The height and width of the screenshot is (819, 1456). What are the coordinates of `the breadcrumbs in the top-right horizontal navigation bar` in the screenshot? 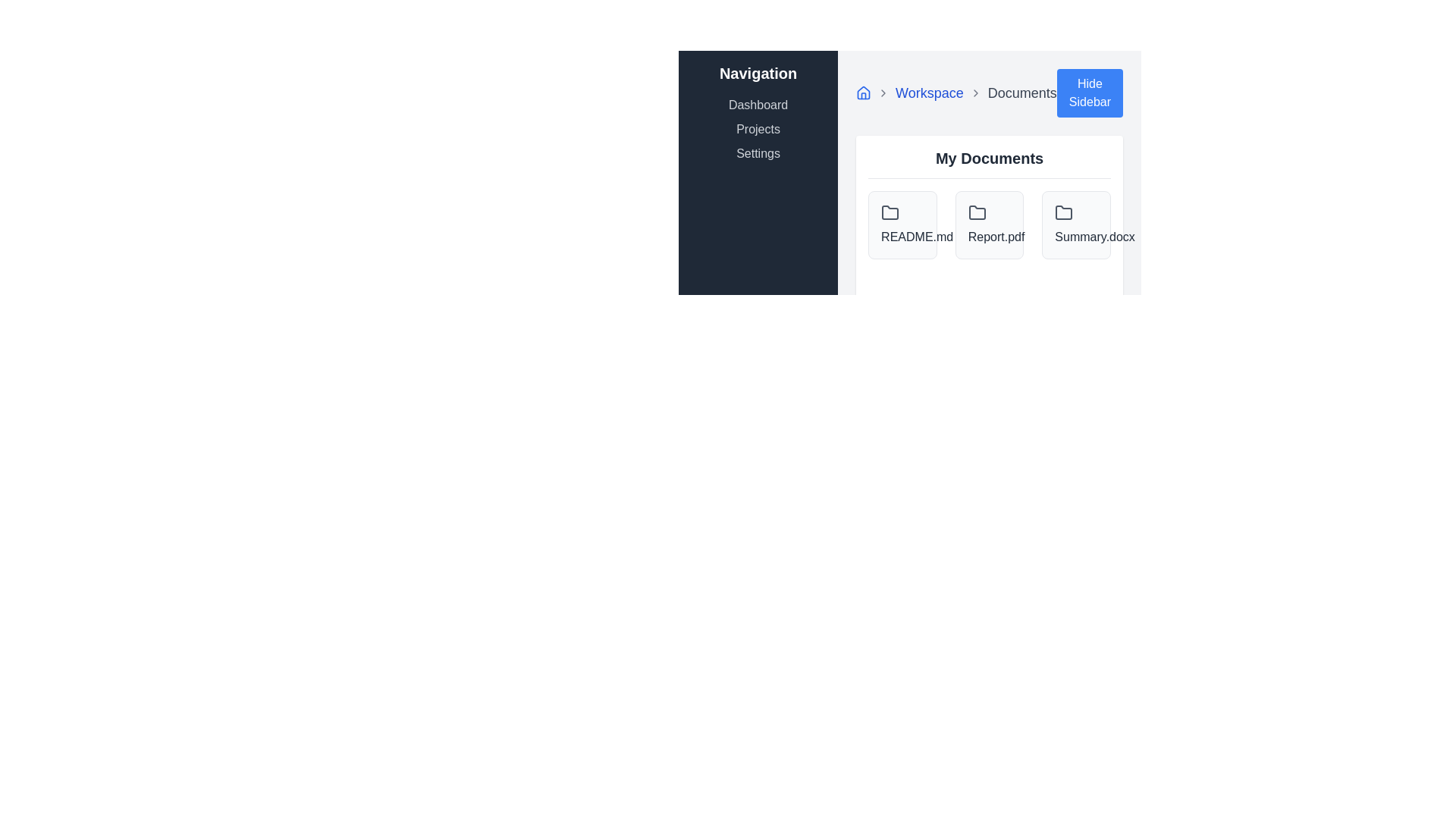 It's located at (990, 93).